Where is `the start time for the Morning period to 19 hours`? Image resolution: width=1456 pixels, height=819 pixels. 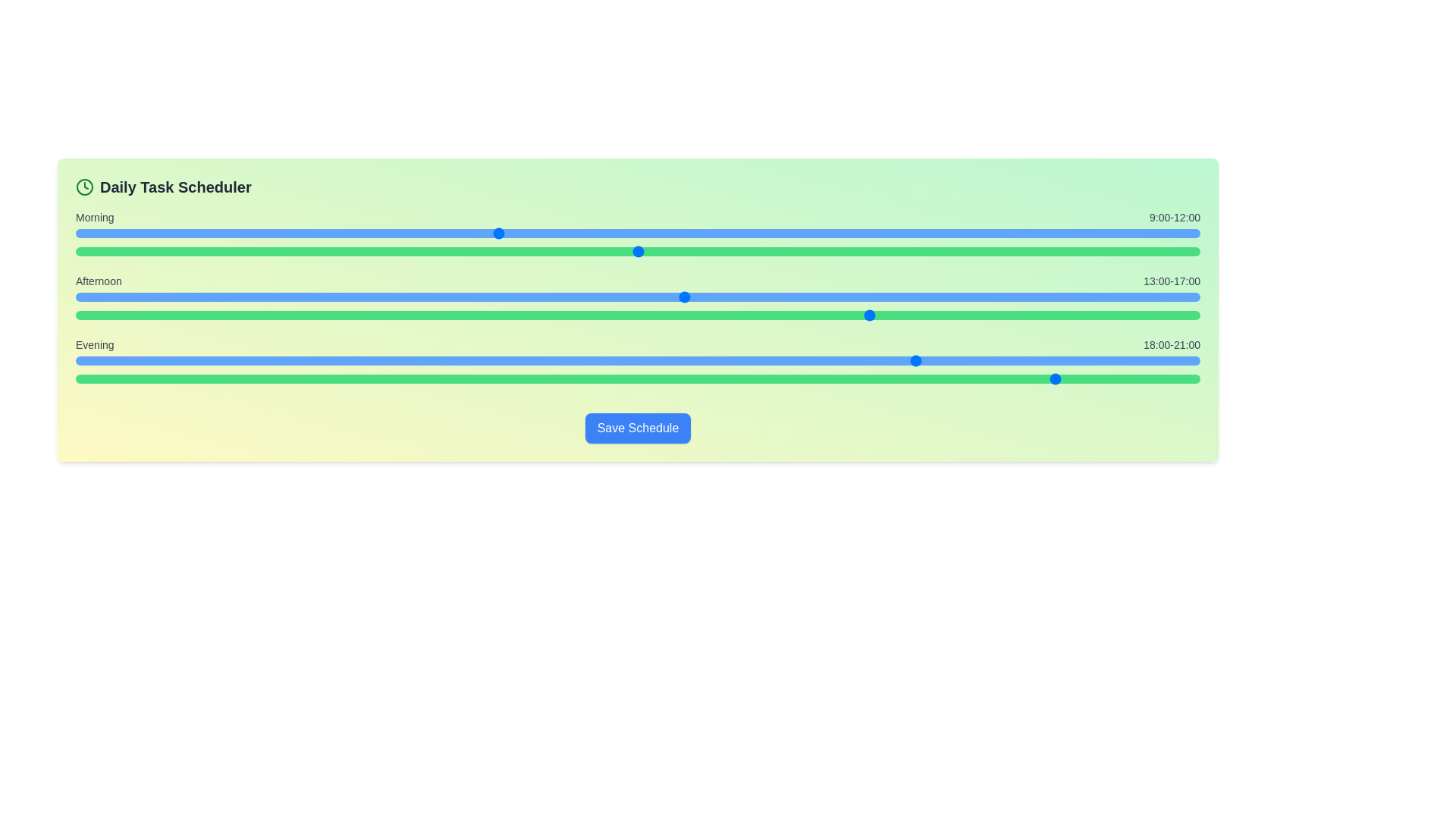 the start time for the Morning period to 19 hours is located at coordinates (965, 234).